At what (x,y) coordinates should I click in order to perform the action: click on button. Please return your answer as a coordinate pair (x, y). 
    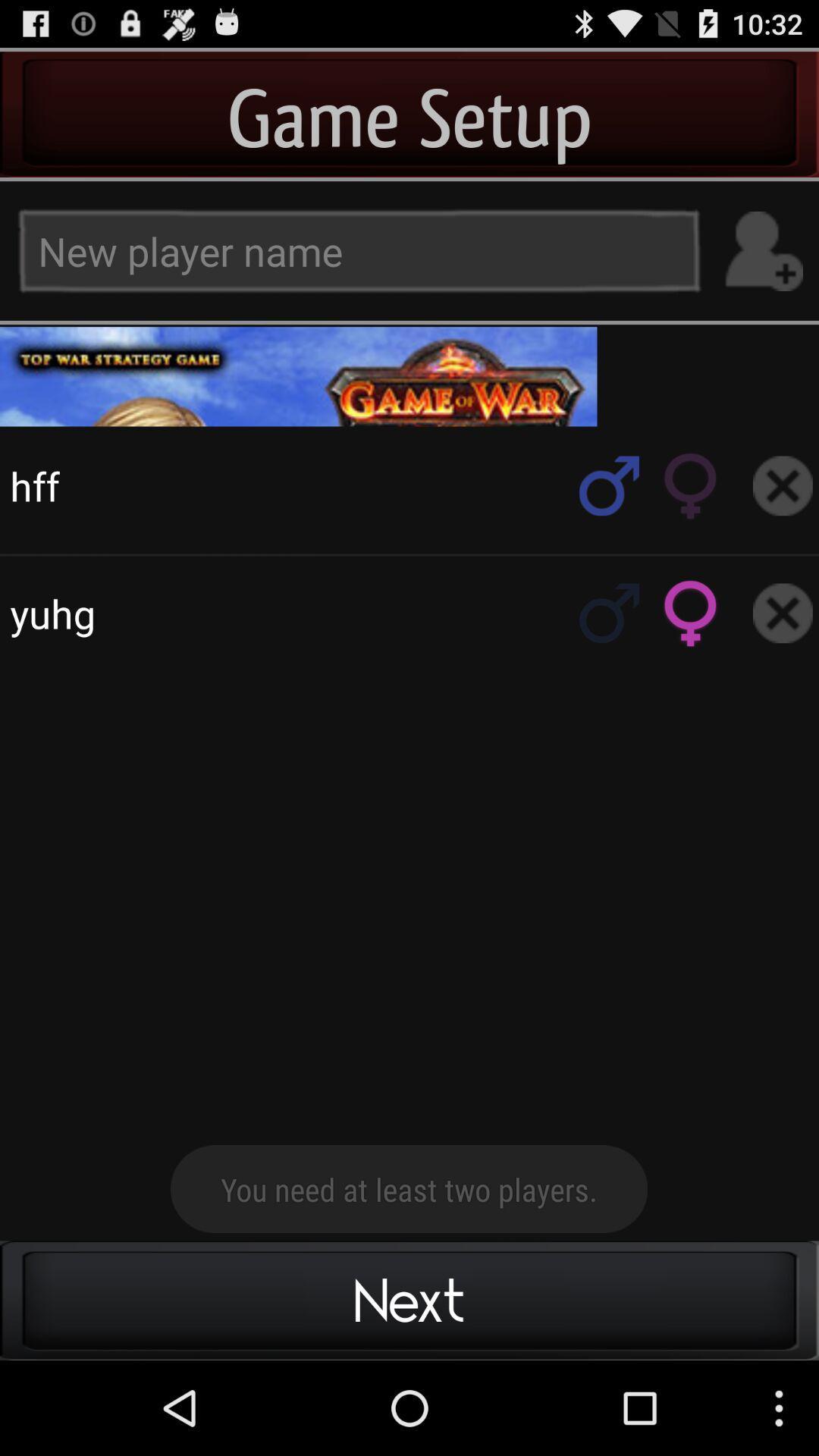
    Looking at the image, I should click on (783, 485).